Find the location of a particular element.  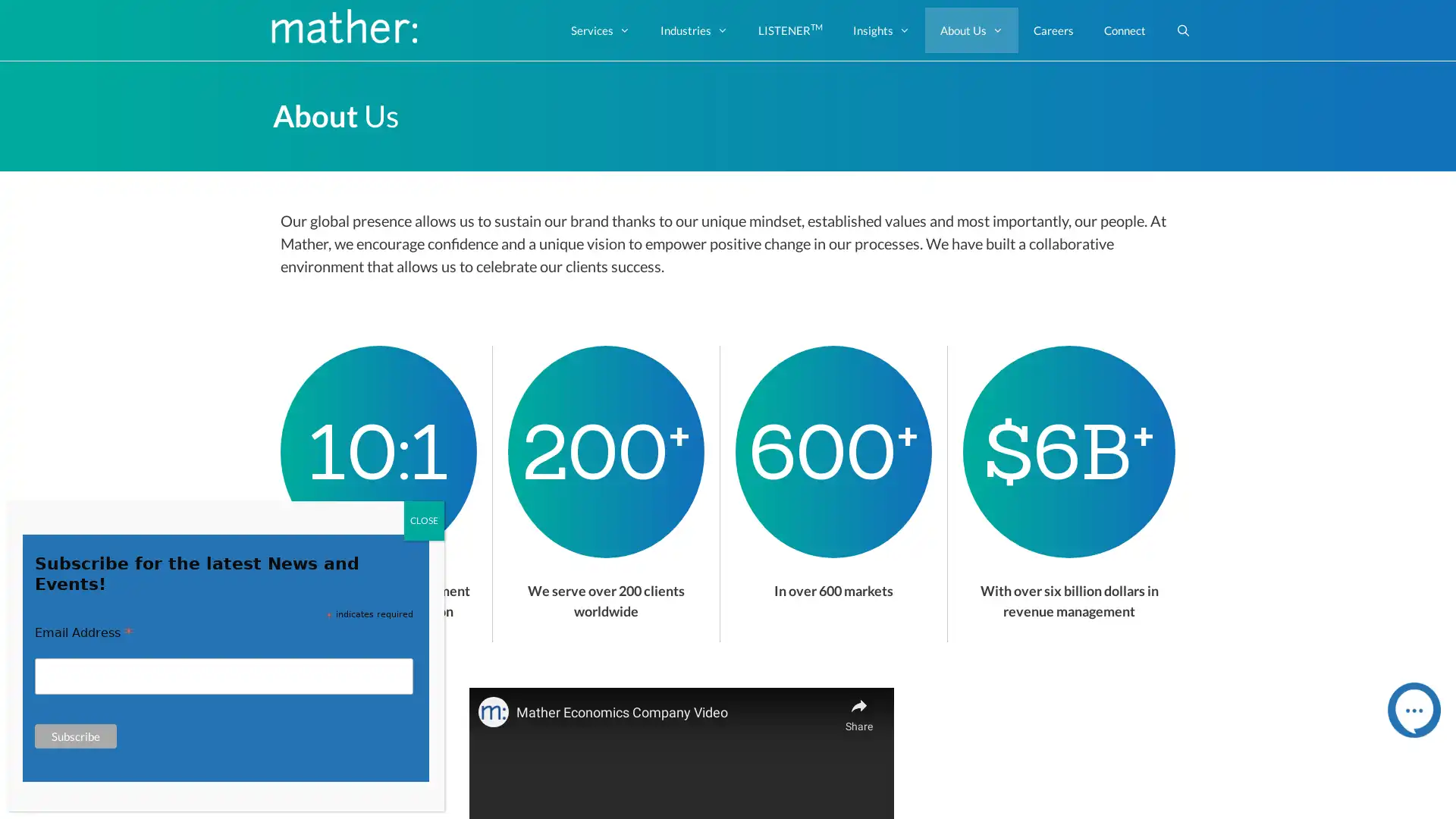

Close is located at coordinates (424, 519).